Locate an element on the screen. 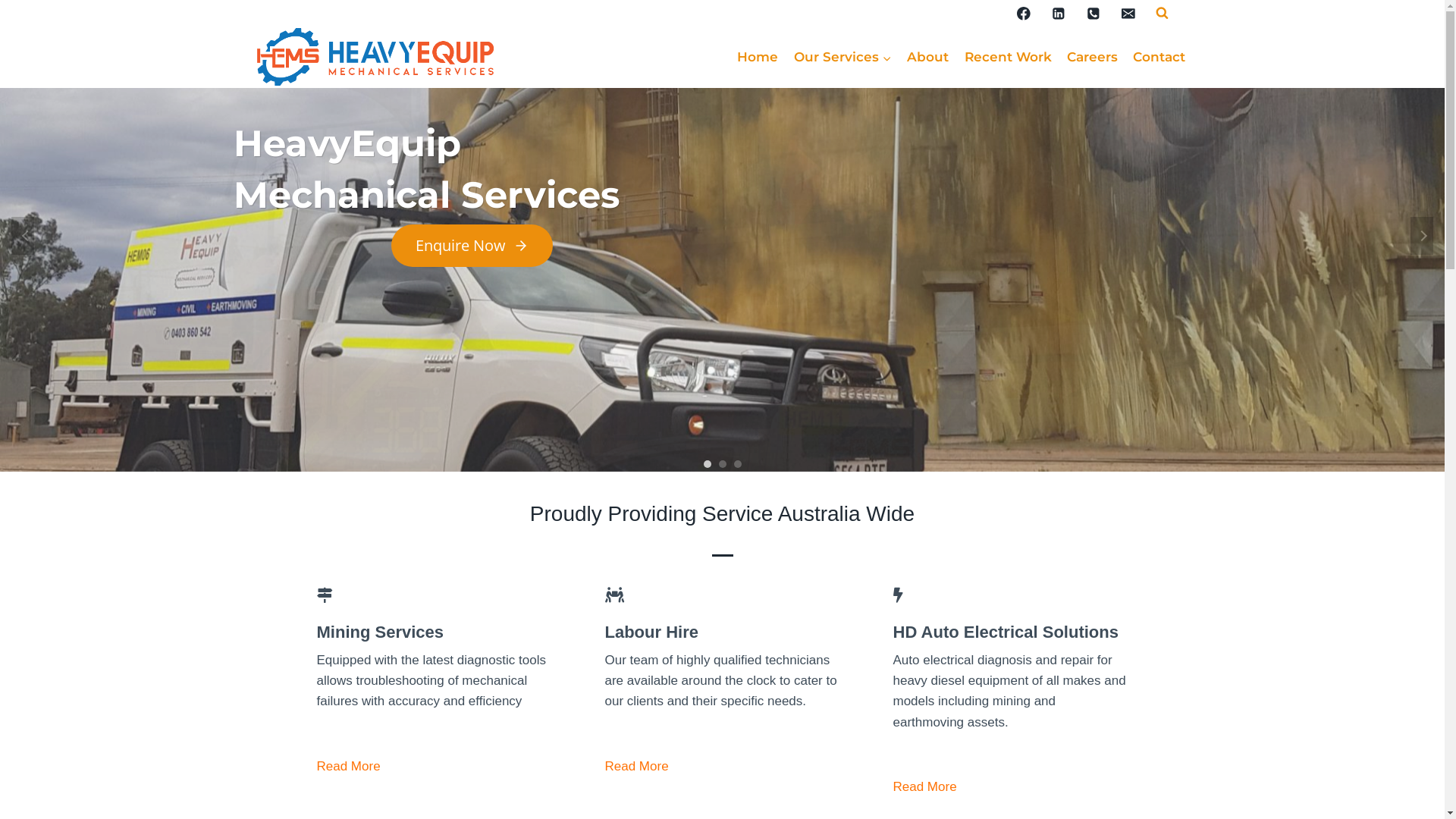 The height and width of the screenshot is (819, 1456). 'Read More' is located at coordinates (924, 786).